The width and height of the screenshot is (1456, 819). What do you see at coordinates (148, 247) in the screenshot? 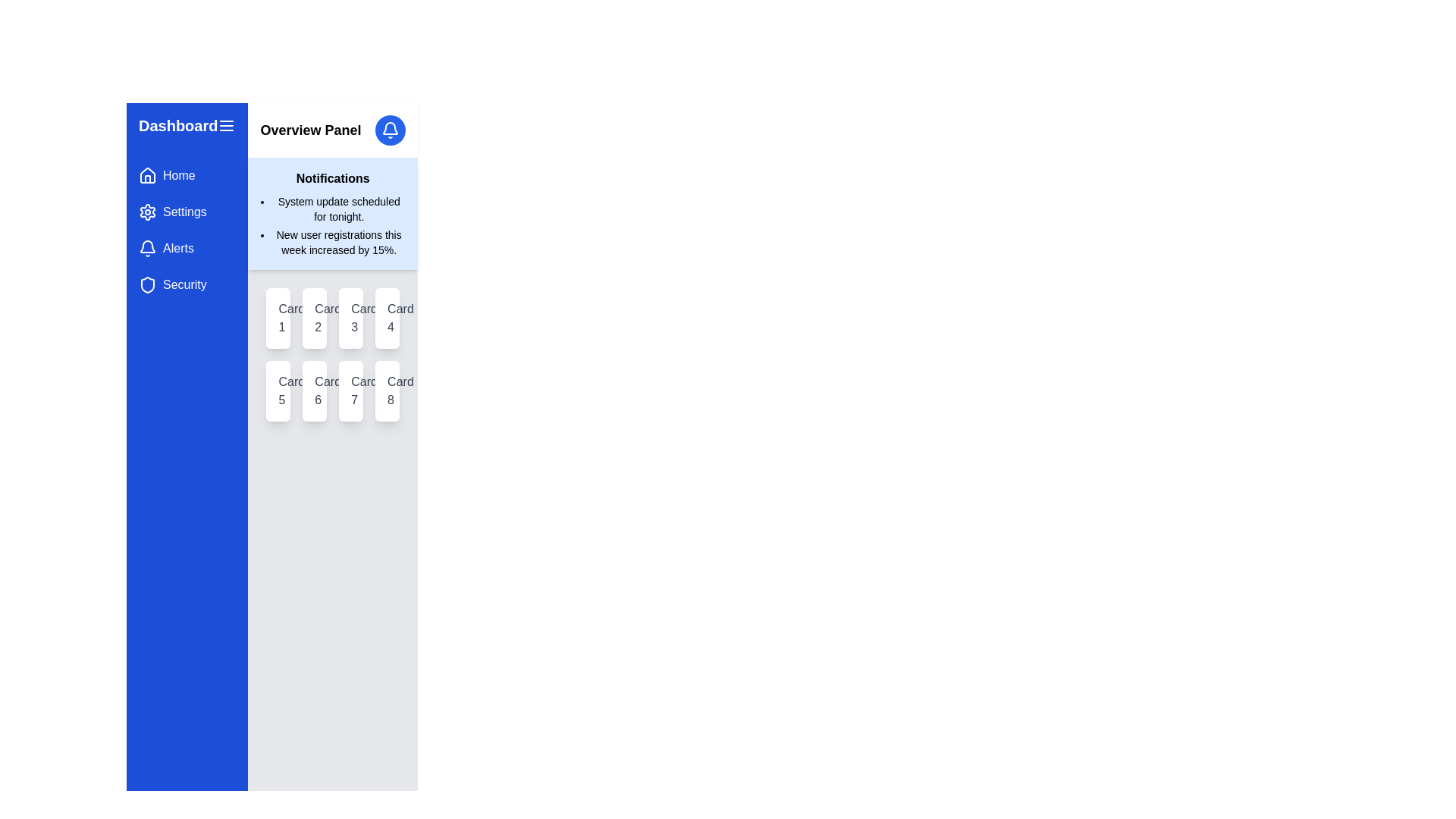
I see `the 'Alerts' icon located in the sidebar panel` at bounding box center [148, 247].